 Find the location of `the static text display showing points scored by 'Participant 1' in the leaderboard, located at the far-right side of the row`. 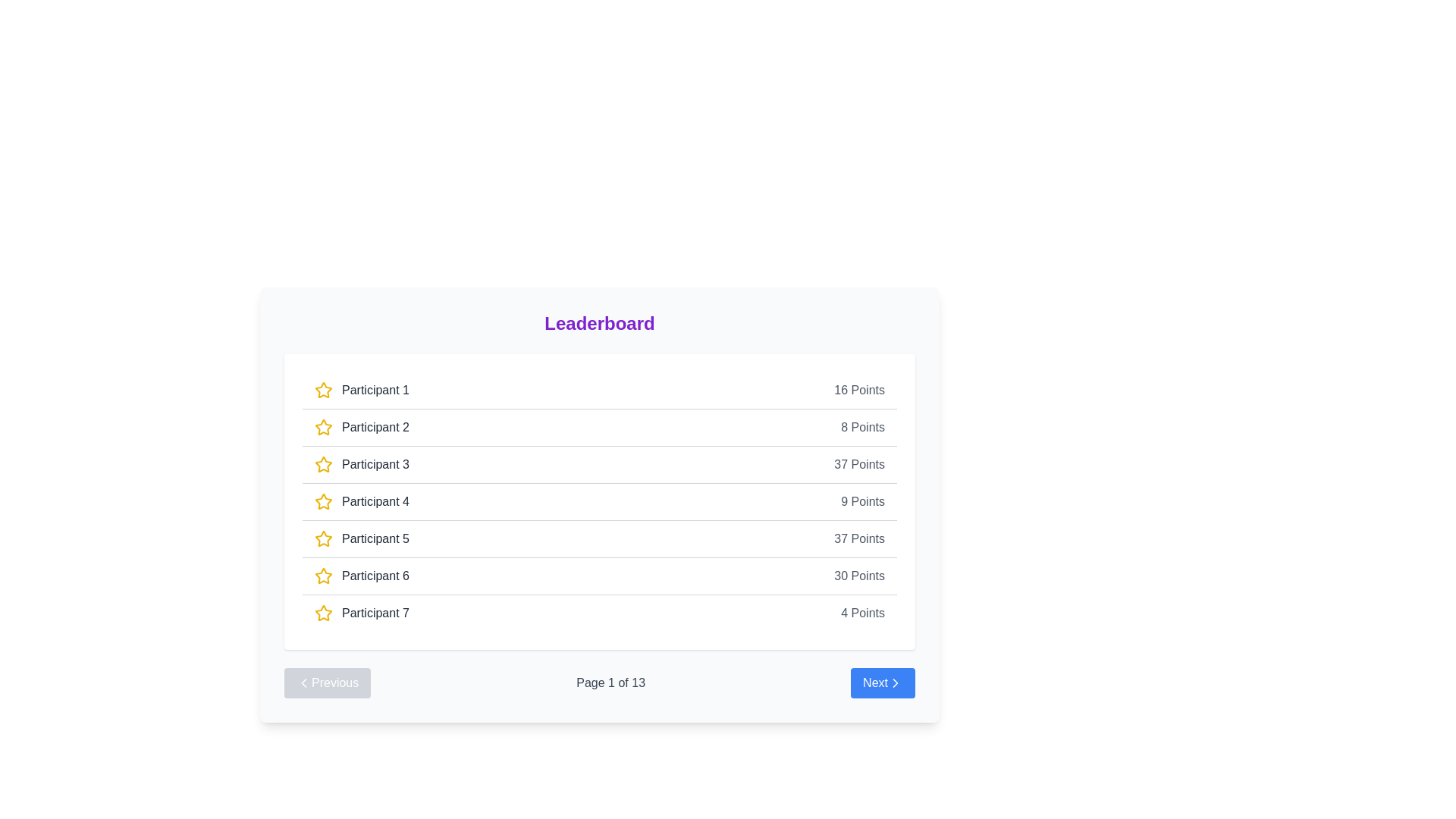

the static text display showing points scored by 'Participant 1' in the leaderboard, located at the far-right side of the row is located at coordinates (859, 390).